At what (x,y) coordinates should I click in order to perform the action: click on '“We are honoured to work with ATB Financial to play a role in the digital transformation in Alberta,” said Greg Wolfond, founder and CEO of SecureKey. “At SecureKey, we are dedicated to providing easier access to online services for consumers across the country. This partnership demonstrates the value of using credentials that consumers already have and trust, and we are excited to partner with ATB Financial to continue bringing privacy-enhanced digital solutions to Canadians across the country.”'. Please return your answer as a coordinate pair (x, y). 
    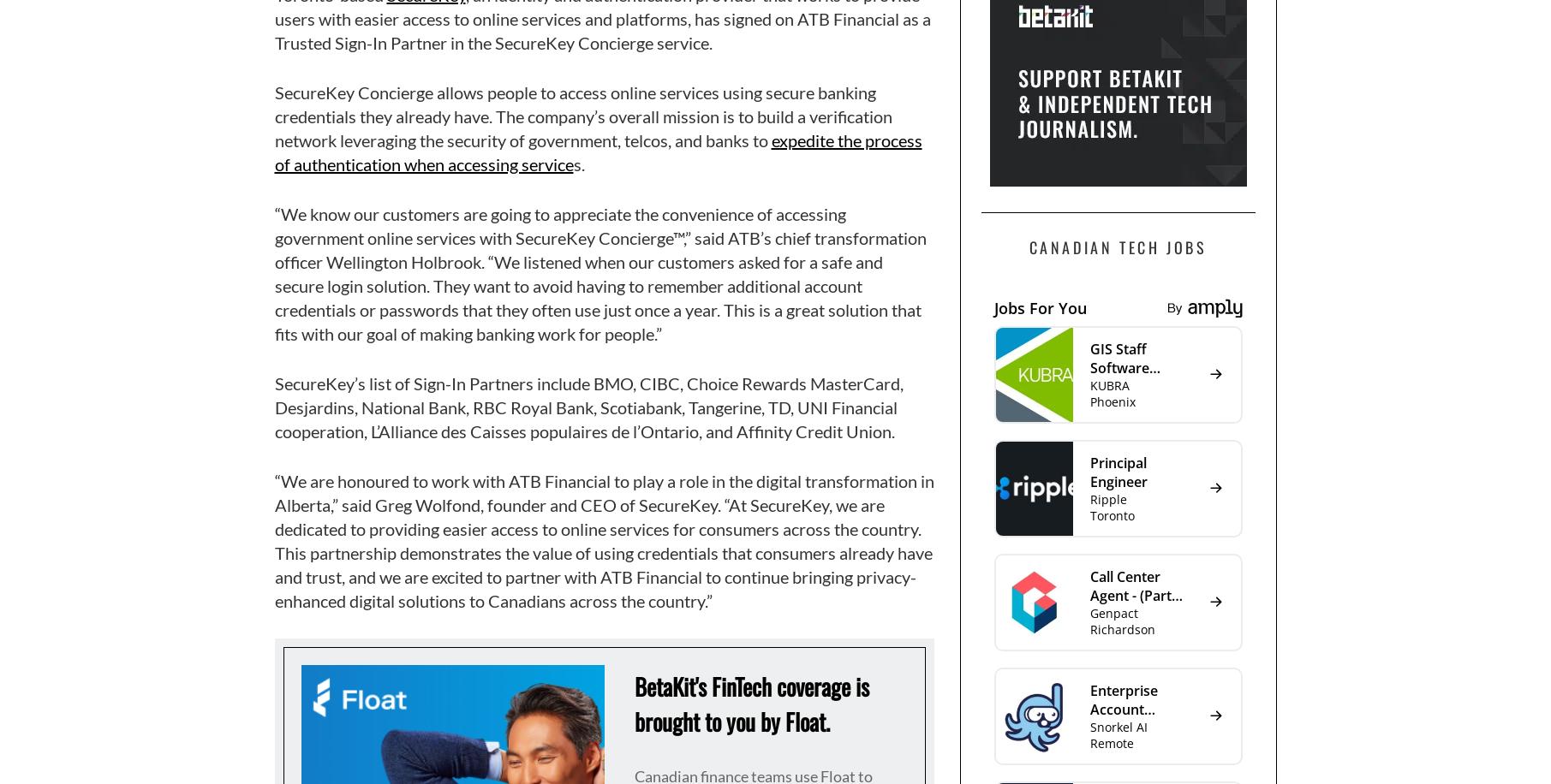
    Looking at the image, I should click on (603, 540).